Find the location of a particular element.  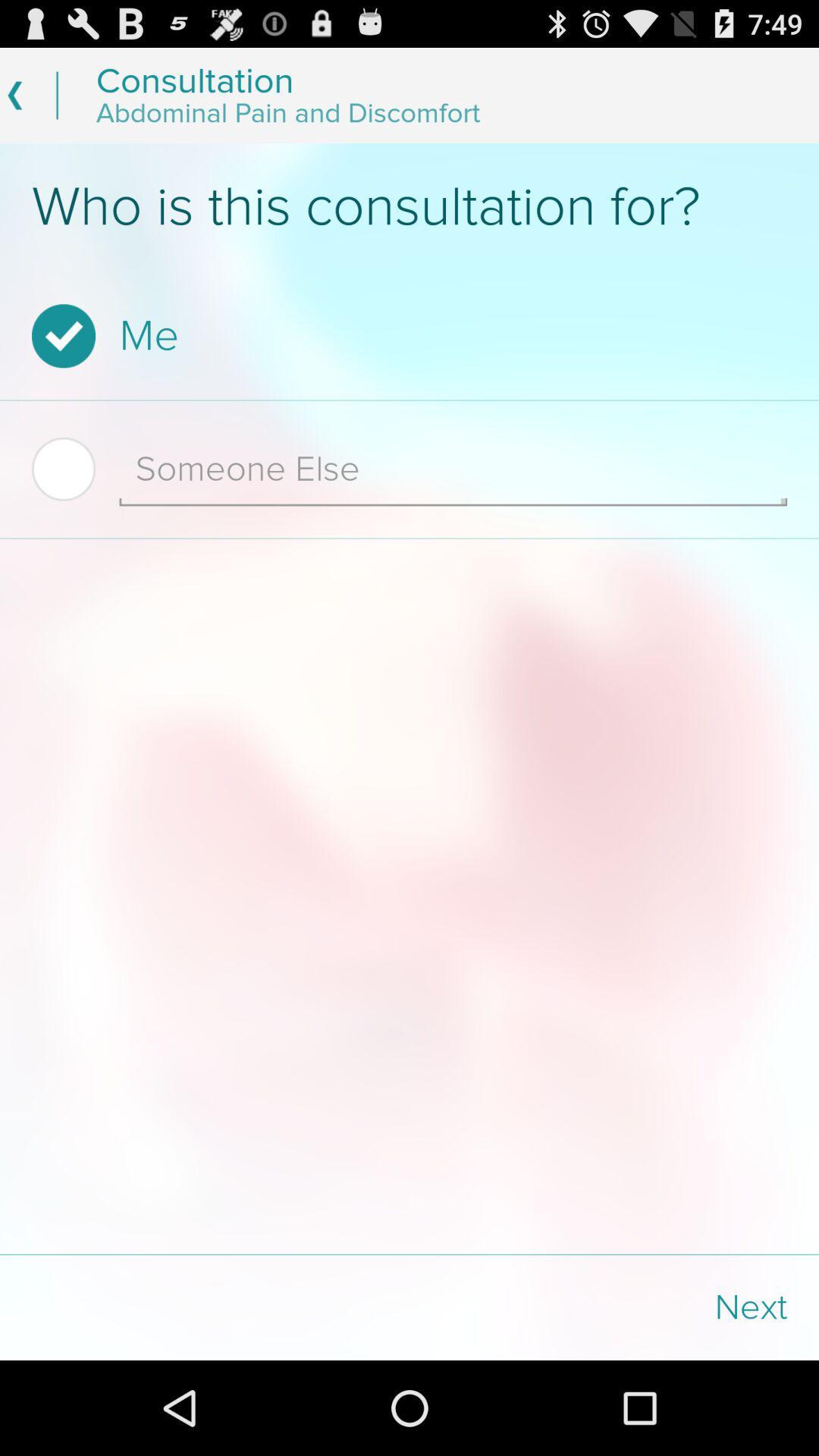

who is this app is located at coordinates (409, 206).